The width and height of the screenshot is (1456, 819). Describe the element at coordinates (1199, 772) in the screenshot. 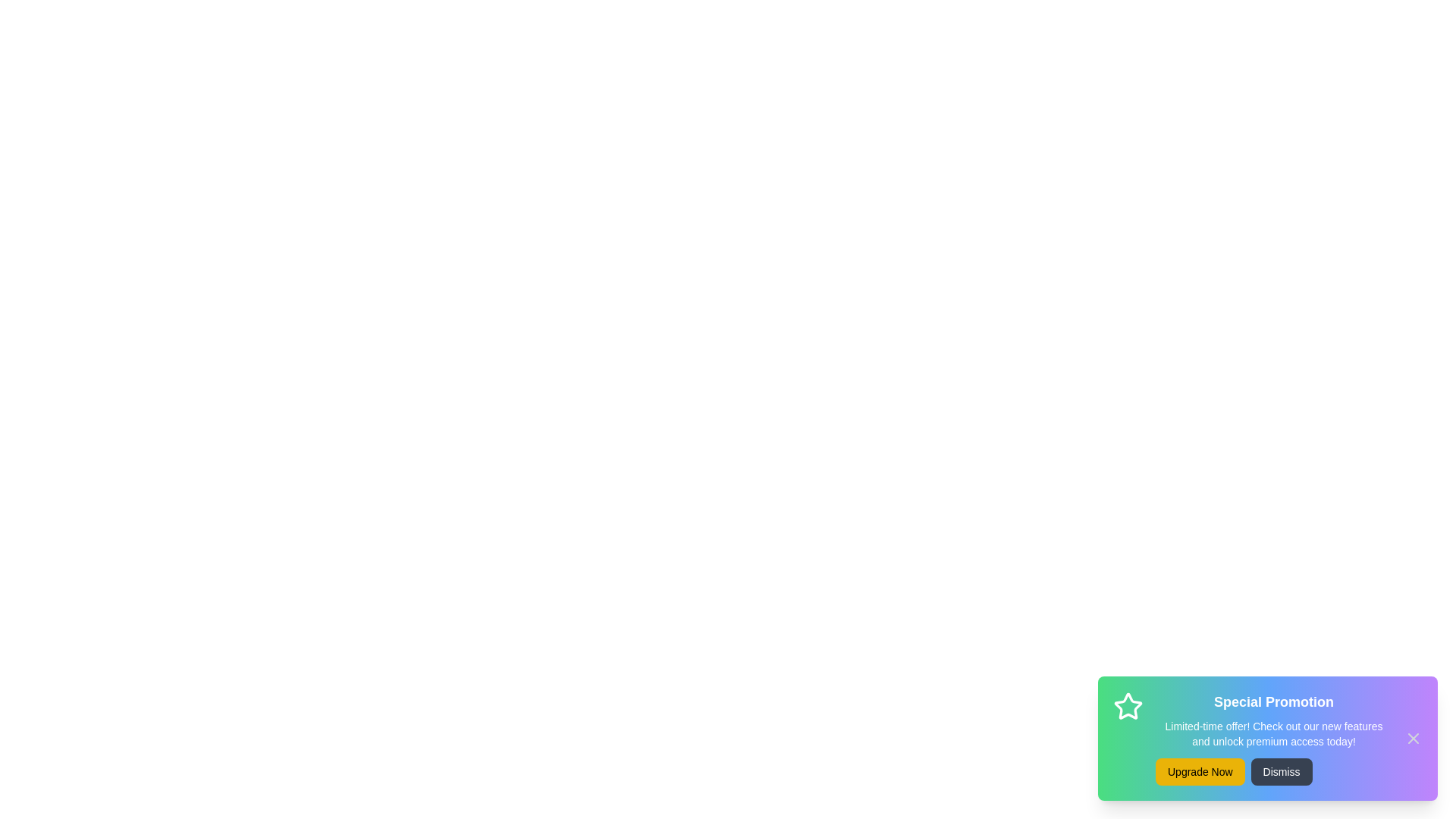

I see `'Upgrade Now' button to trigger the premium upgrade action` at that location.